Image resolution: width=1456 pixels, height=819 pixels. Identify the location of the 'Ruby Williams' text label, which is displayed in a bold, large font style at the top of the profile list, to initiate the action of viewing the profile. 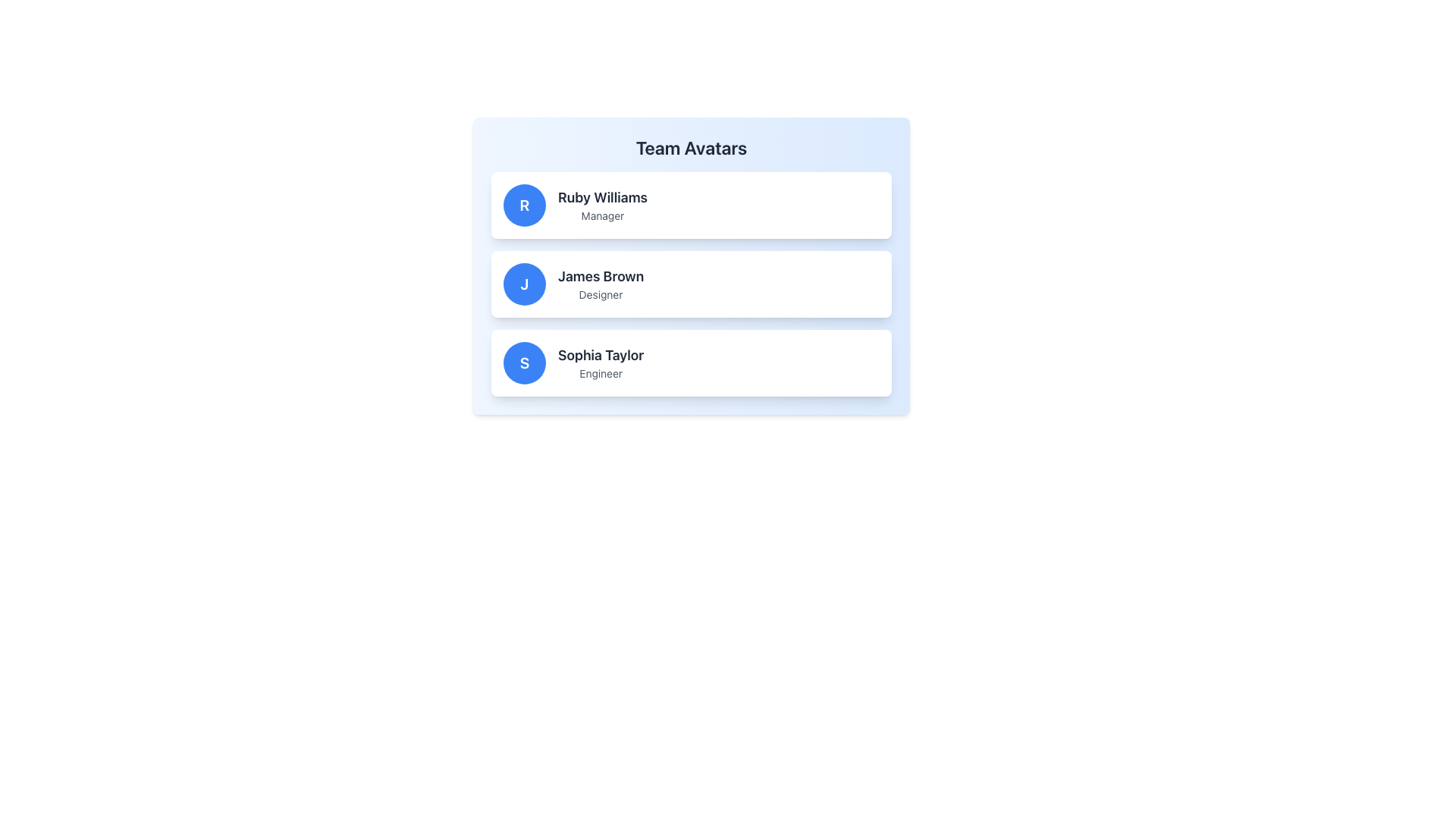
(602, 197).